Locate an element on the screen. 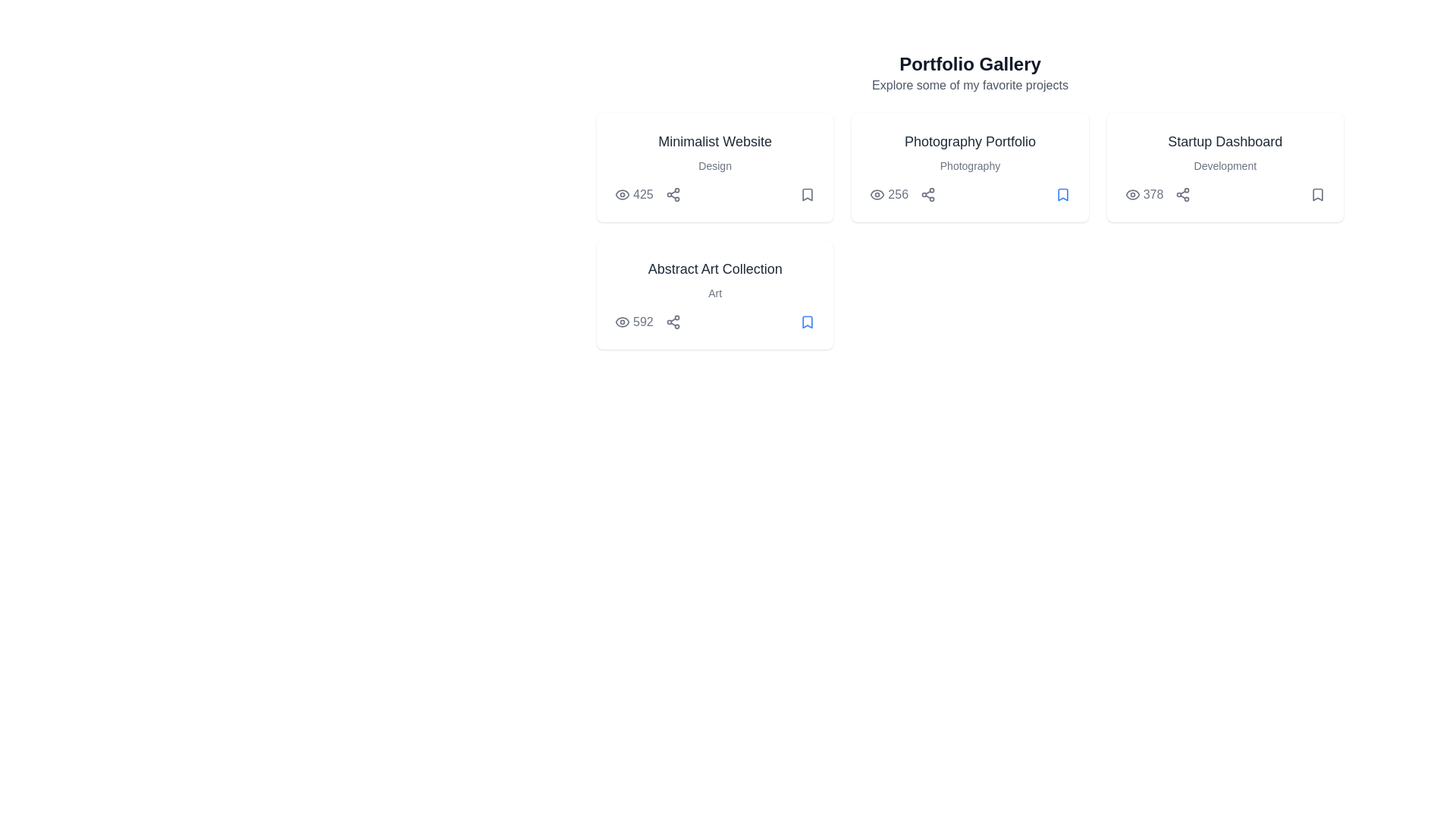  the bookmark icon located in the bottom-left corner of the 'Abstract Art Collection' card to bookmark the associated project is located at coordinates (807, 321).